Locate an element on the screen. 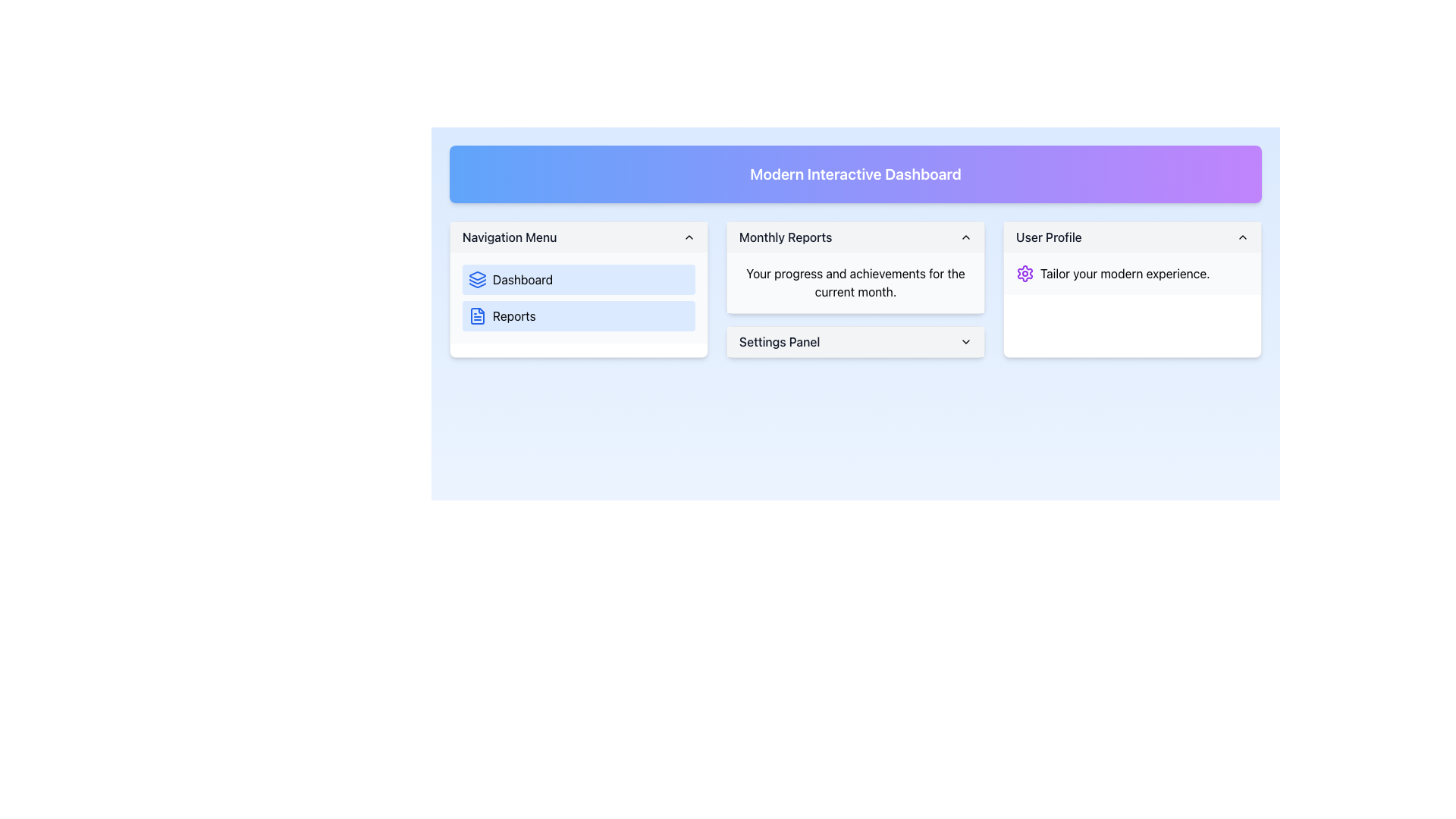 This screenshot has height=819, width=1456. the 'User Profile' card located in the bottom-right section of the interface is located at coordinates (1132, 289).